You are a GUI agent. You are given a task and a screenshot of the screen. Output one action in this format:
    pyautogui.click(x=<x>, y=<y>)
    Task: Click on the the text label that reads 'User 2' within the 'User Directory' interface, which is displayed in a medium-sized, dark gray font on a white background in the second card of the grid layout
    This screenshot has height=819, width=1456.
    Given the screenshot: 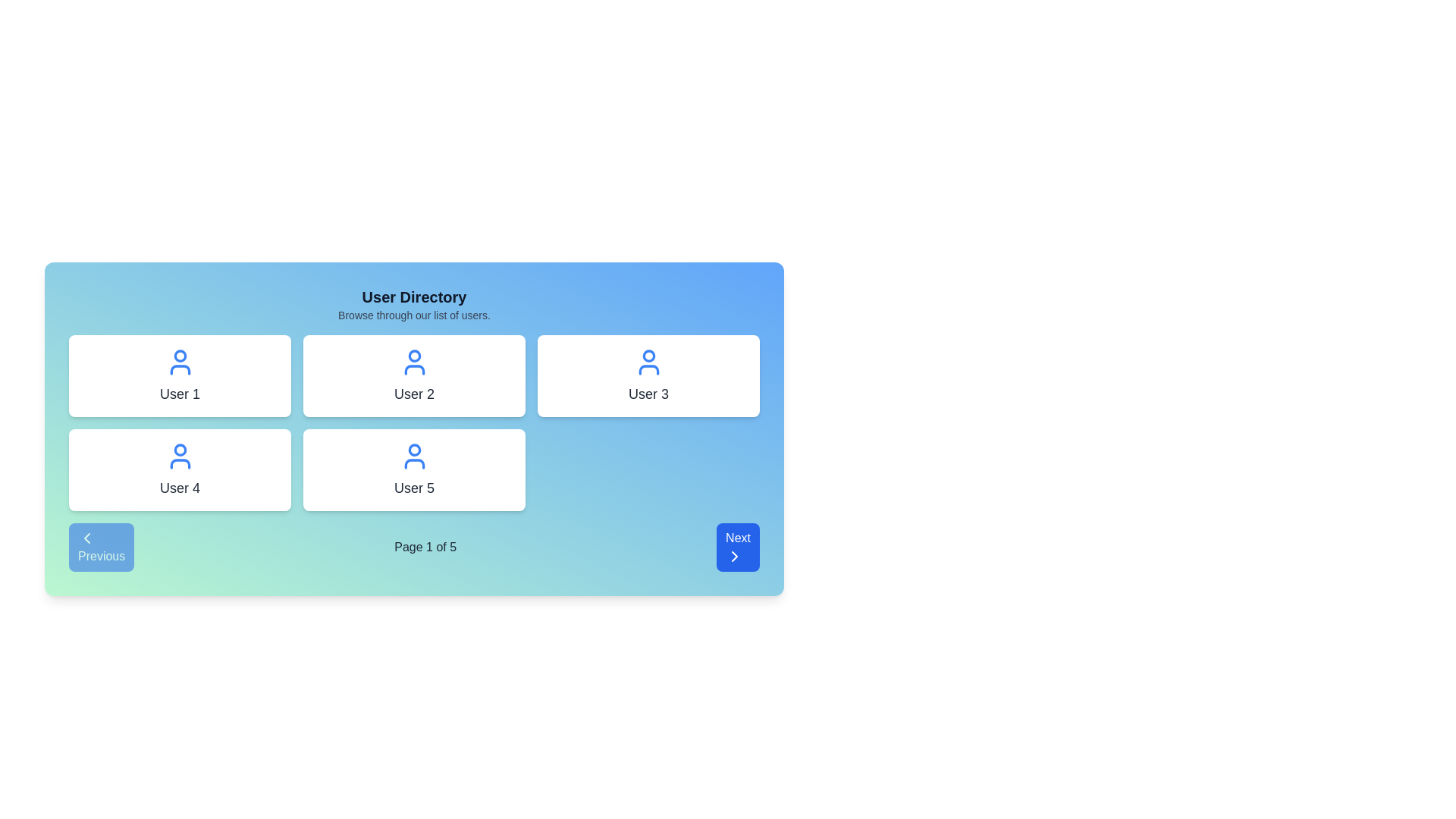 What is the action you would take?
    pyautogui.click(x=414, y=394)
    